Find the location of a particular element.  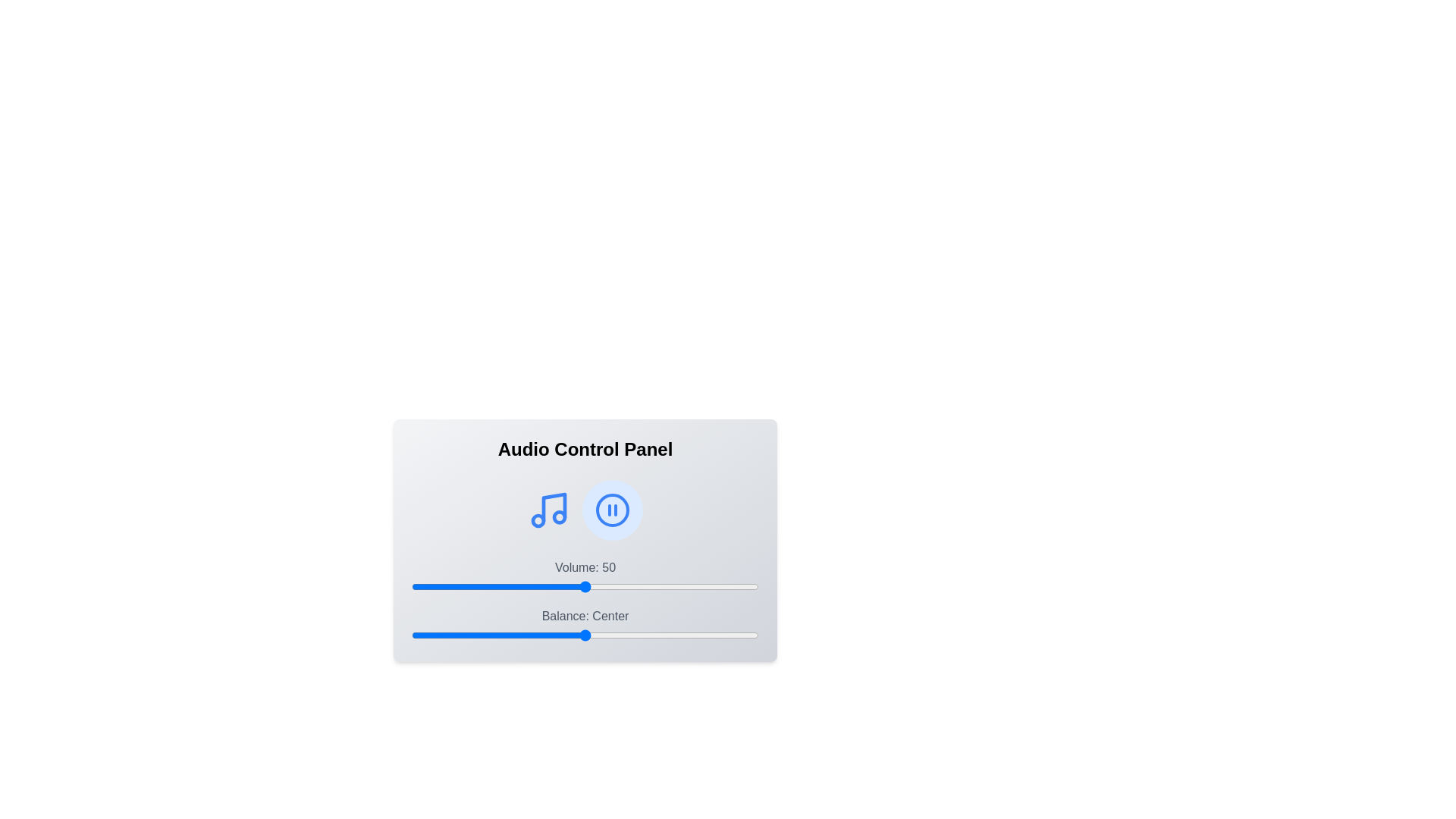

the balance is located at coordinates (435, 635).